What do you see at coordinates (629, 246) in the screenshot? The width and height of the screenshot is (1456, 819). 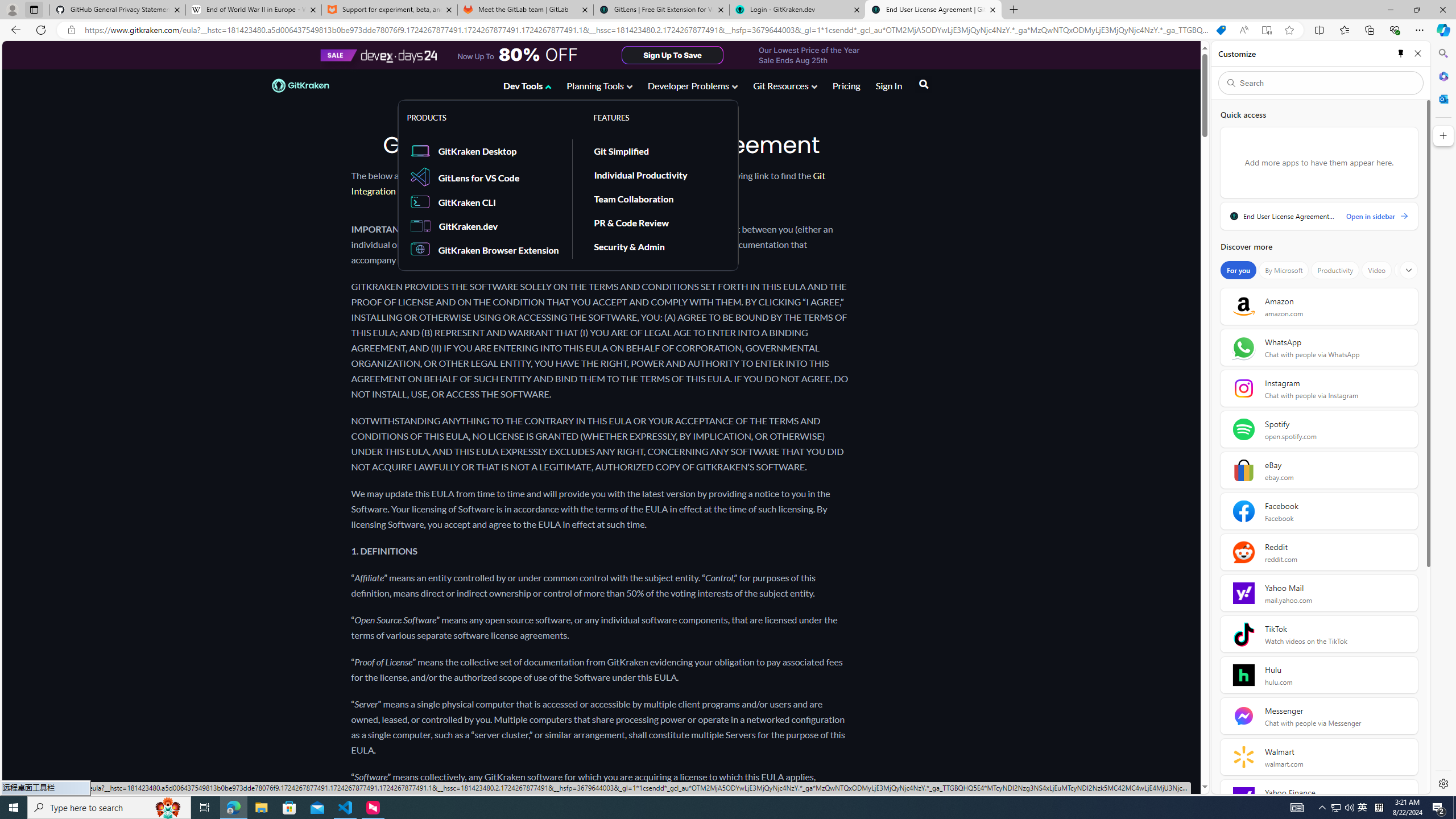 I see `'Security & Admin'` at bounding box center [629, 246].